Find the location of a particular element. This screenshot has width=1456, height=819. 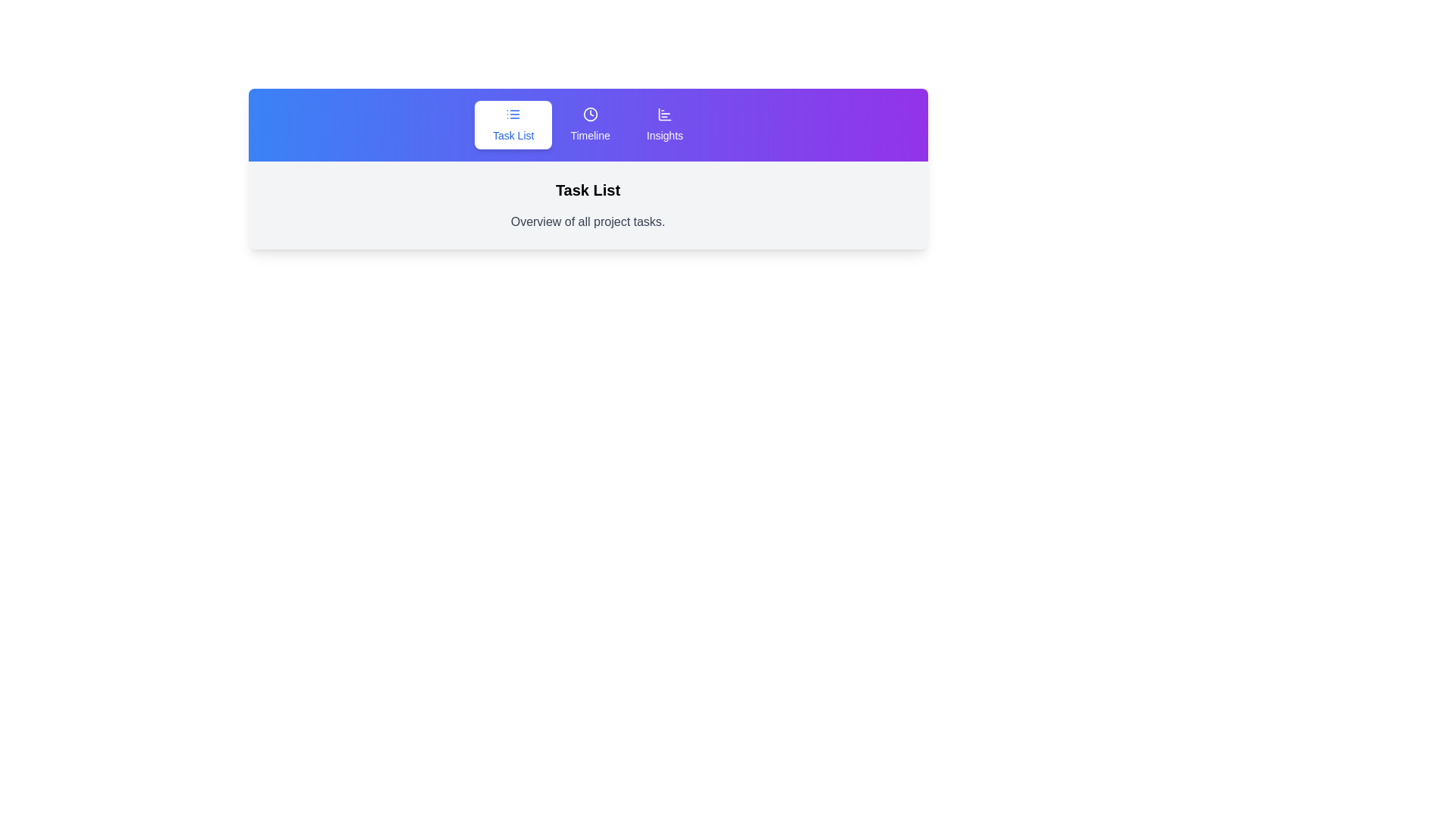

the tab labeled Timeline to switch to its view is located at coordinates (589, 124).